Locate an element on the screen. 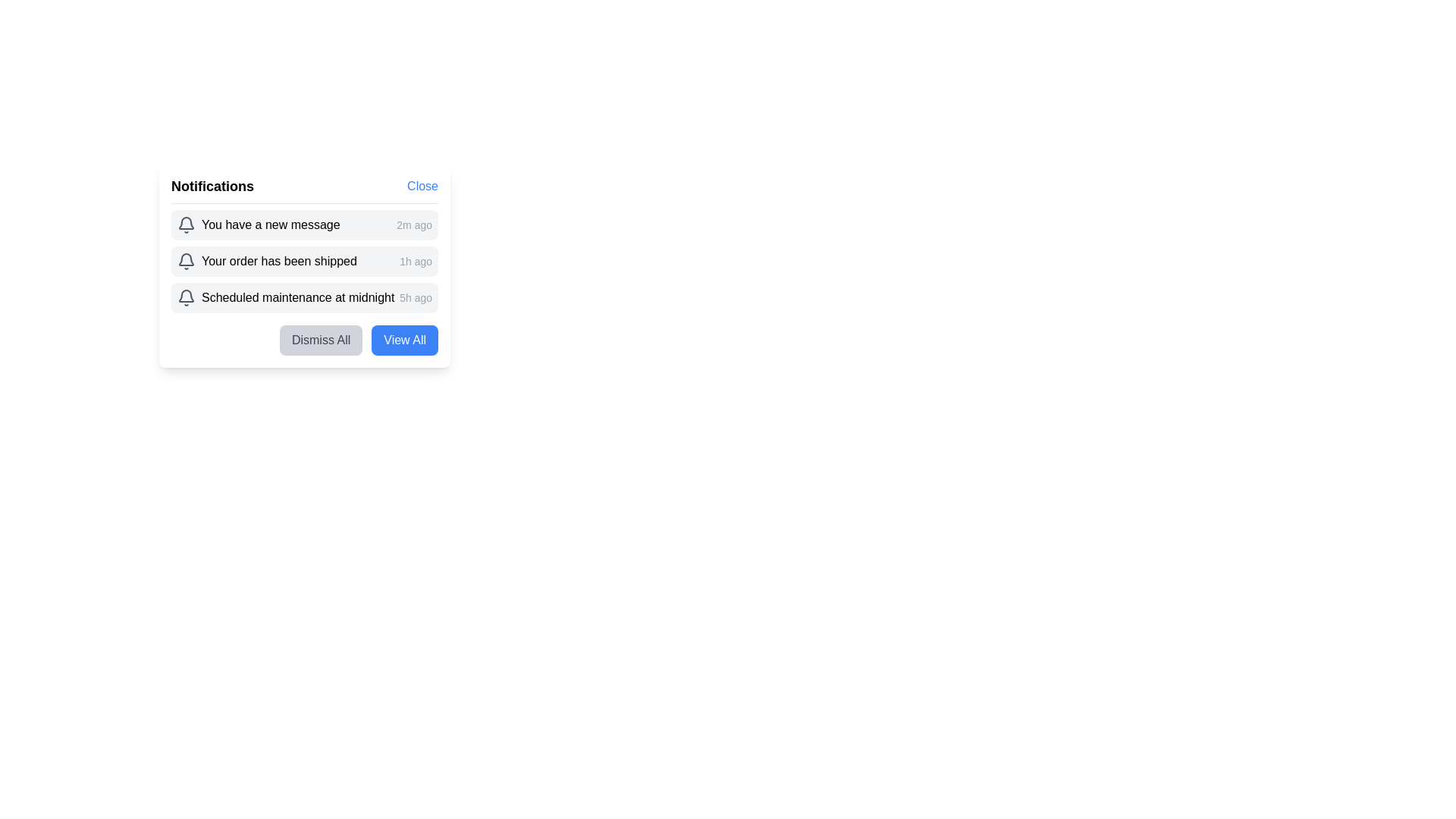  the textual label stating '1h ago', which is a timestamp for a notification about 'Your order has been shipped' is located at coordinates (416, 260).